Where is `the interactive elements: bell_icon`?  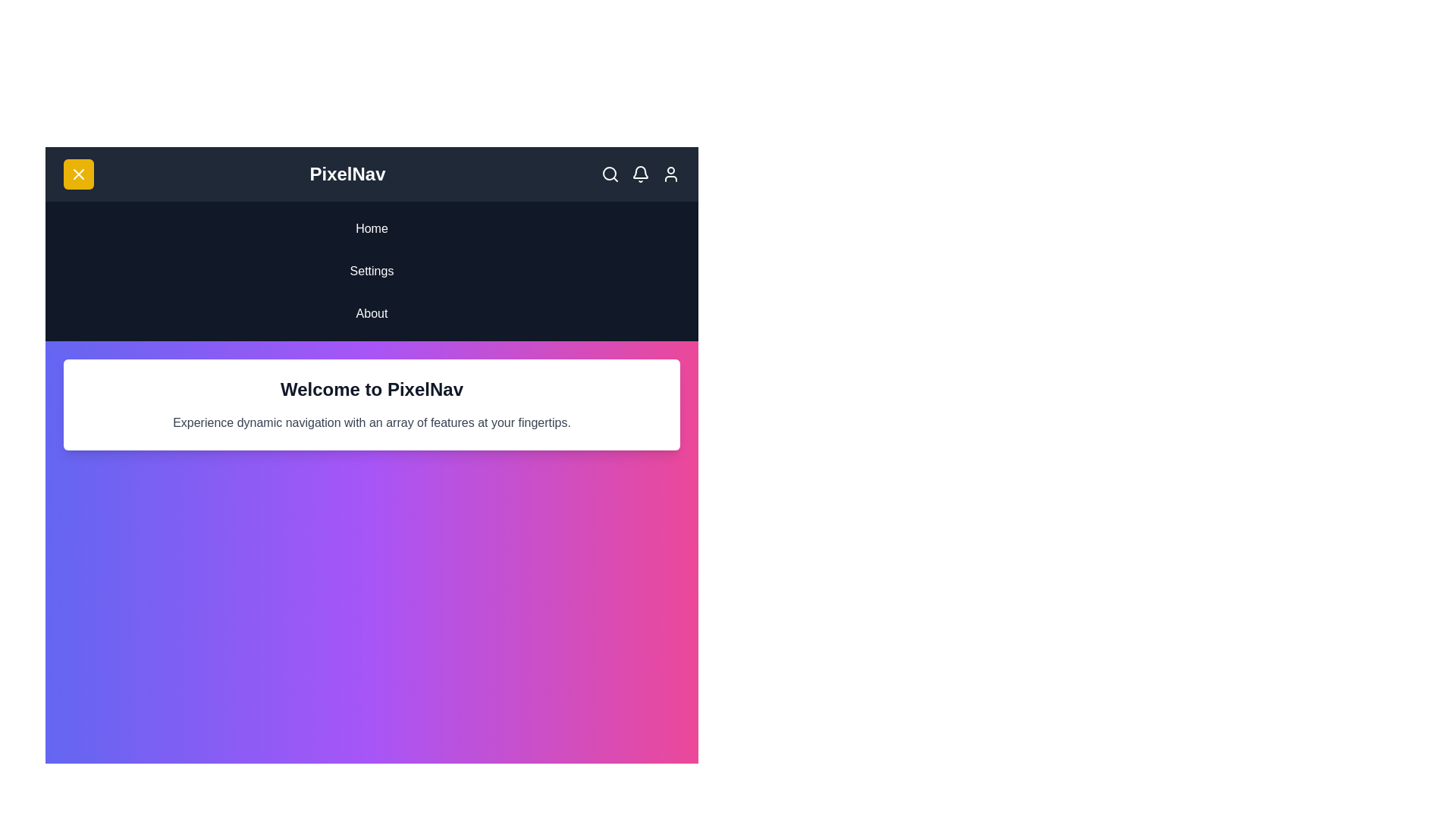
the interactive elements: bell_icon is located at coordinates (640, 174).